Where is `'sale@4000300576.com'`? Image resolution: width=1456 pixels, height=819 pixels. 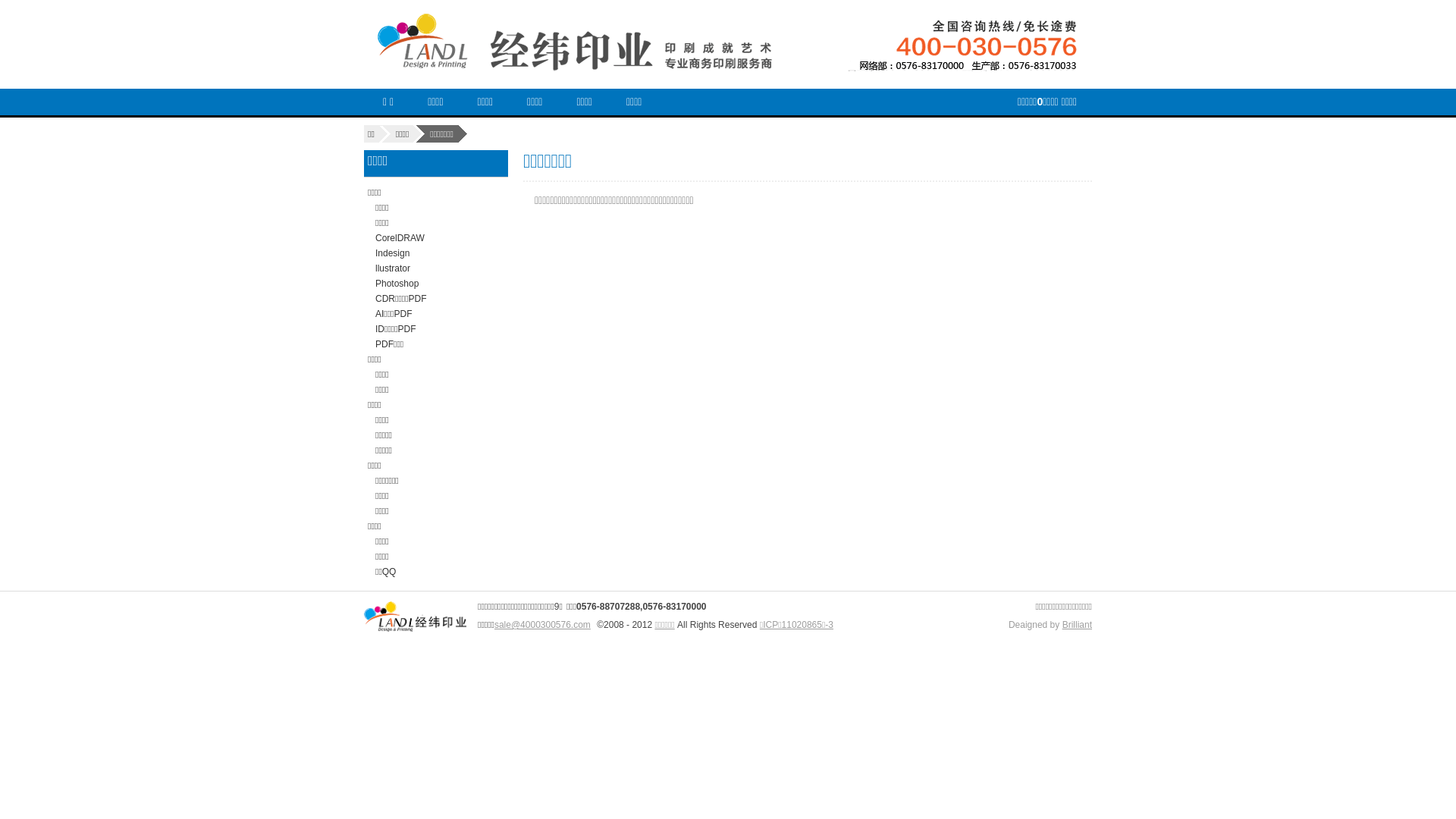
'sale@4000300576.com' is located at coordinates (494, 625).